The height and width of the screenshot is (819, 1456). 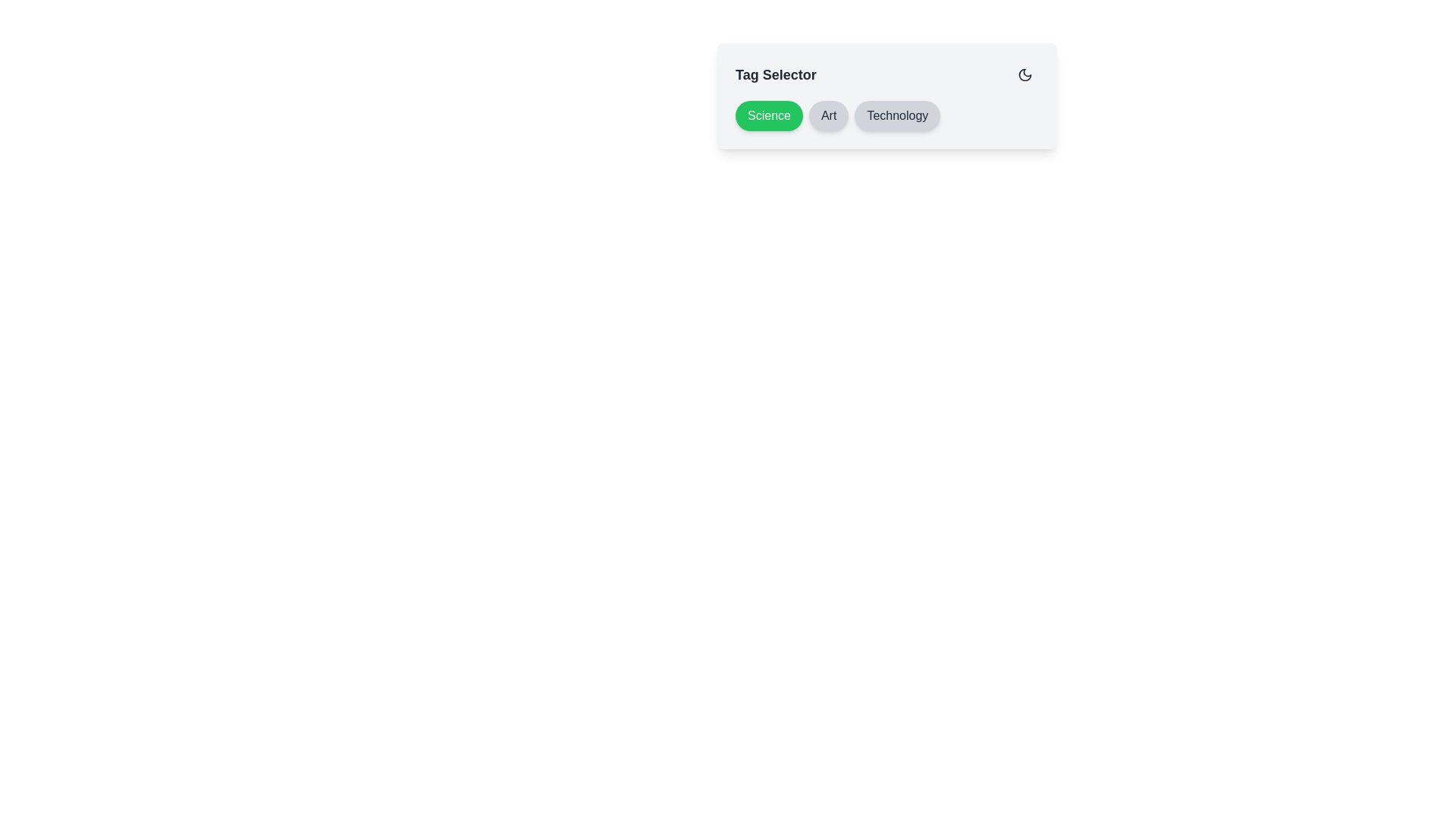 I want to click on the tag Art by clicking on it, so click(x=828, y=115).